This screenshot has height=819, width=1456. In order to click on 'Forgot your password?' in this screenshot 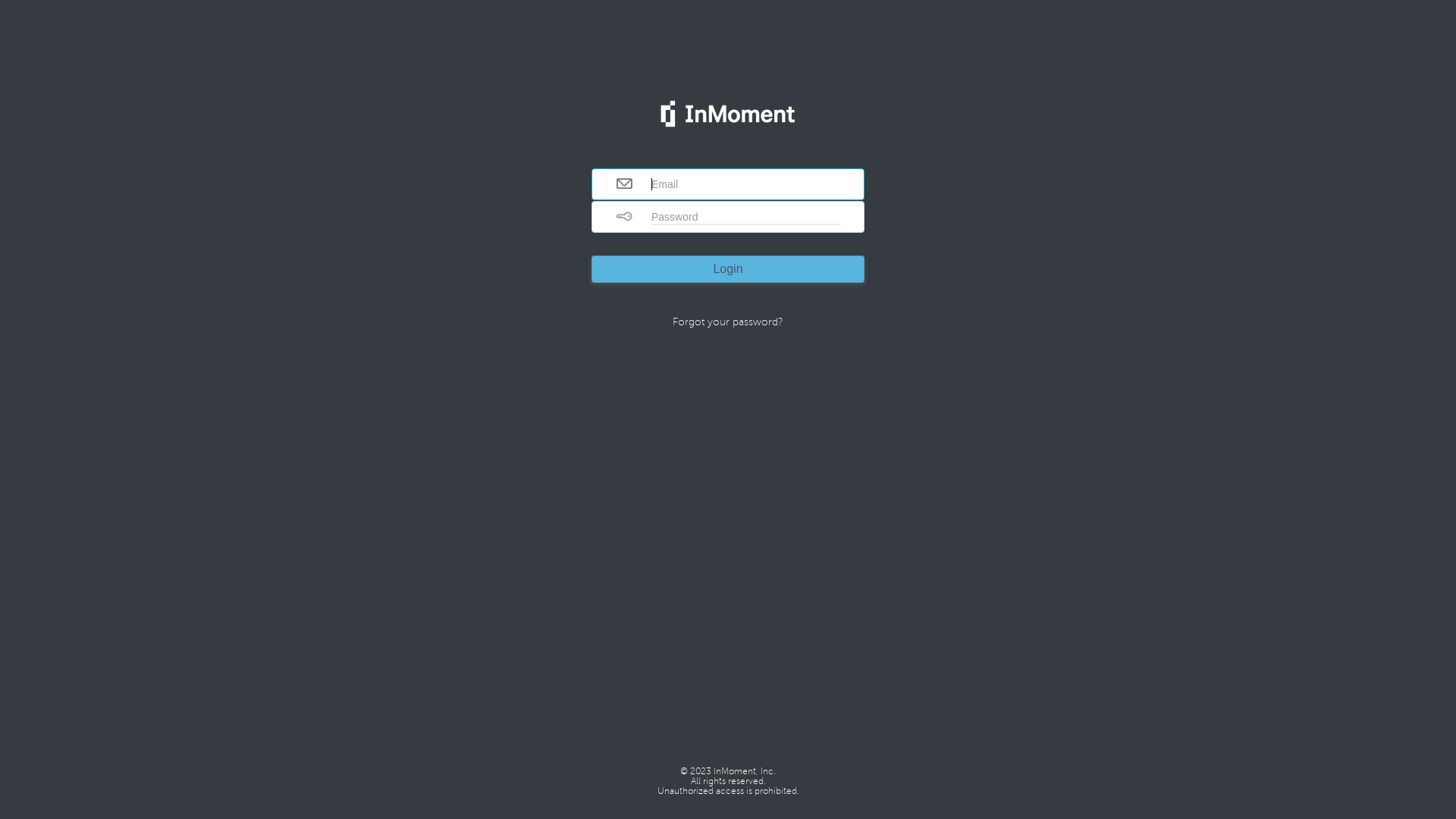, I will do `click(728, 321)`.